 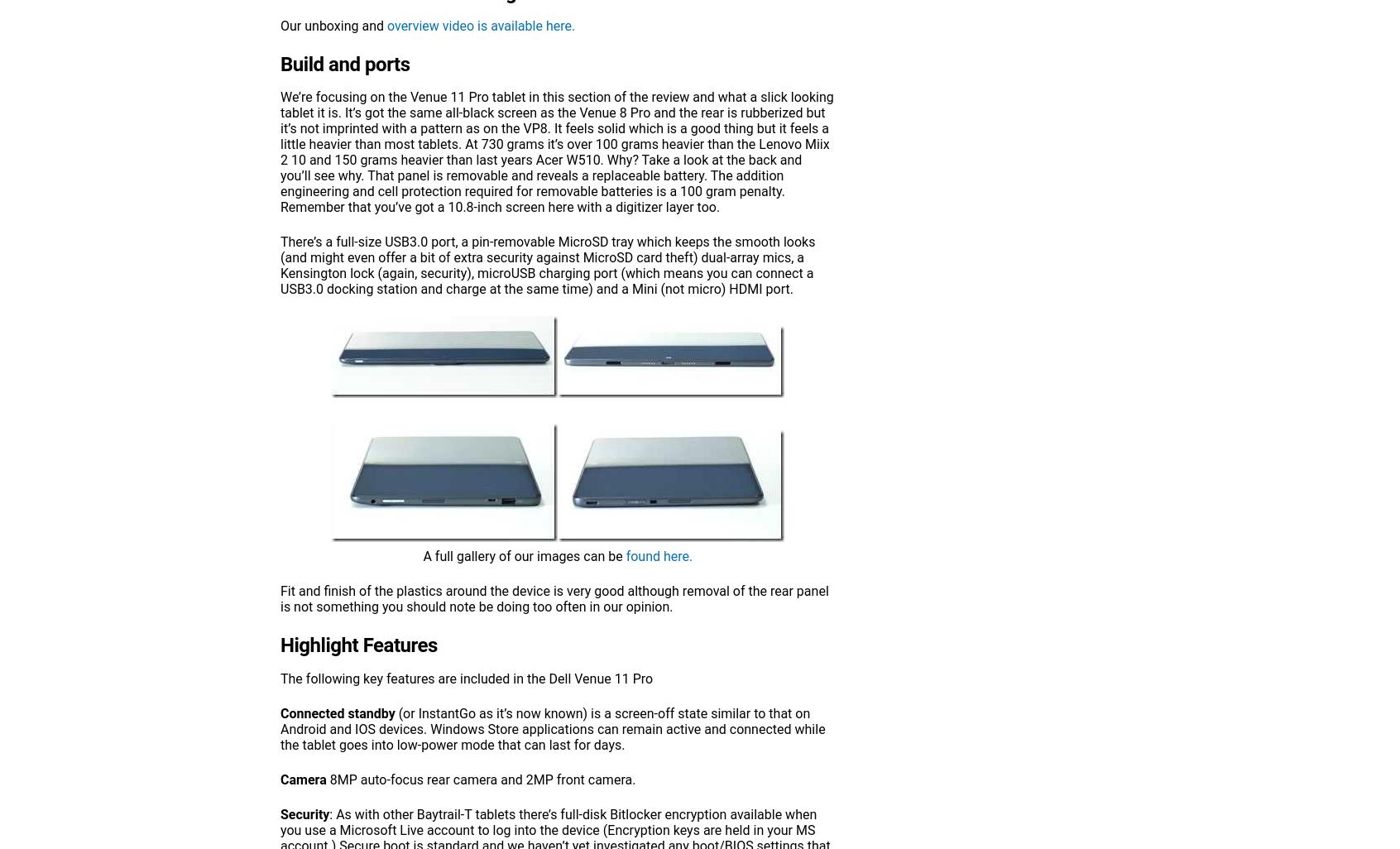 What do you see at coordinates (557, 151) in the screenshot?
I see `'We’re focusing on the Venue 11 Pro tablet in this section of the review and what a slick looking tablet it is. It’s got the same all-black screen as the Venue 8 Pro and the rear is rubberized but it’s not imprinted with a pattern as on the VP8. It feels solid which is a good thing but it feels a little heavier than most tablets. At 730 grams it’s over 100 grams heavier than the Lenovo Miix 2 10 and 150 grams heavier than last years Acer W510. Why? Take a look at the back and you’ll see why. That panel is removable and reveals a replaceable battery. The addition engineering and cell protection required for removable batteries is a 100 gram penalty. Remember that you’ve got a 10.8-inch screen here with a digitizer layer too.'` at bounding box center [557, 151].